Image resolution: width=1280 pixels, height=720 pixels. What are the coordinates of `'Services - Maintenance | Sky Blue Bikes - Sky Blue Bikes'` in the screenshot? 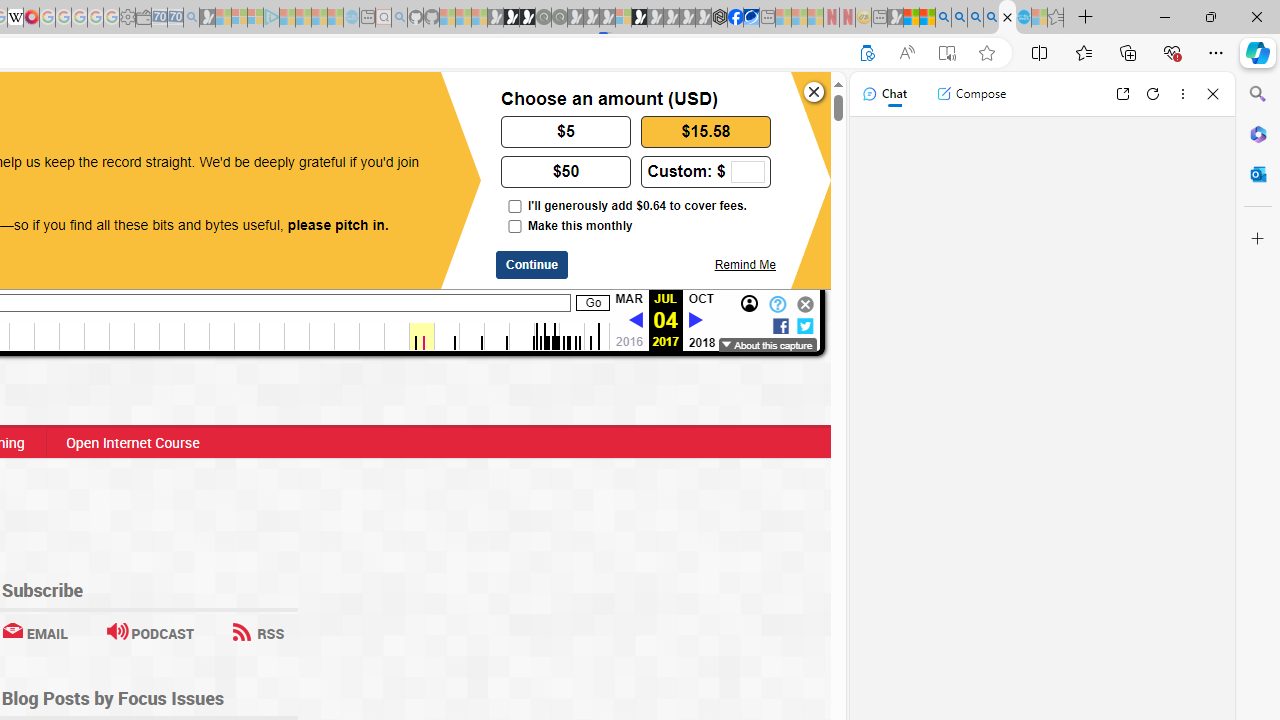 It's located at (1023, 17).